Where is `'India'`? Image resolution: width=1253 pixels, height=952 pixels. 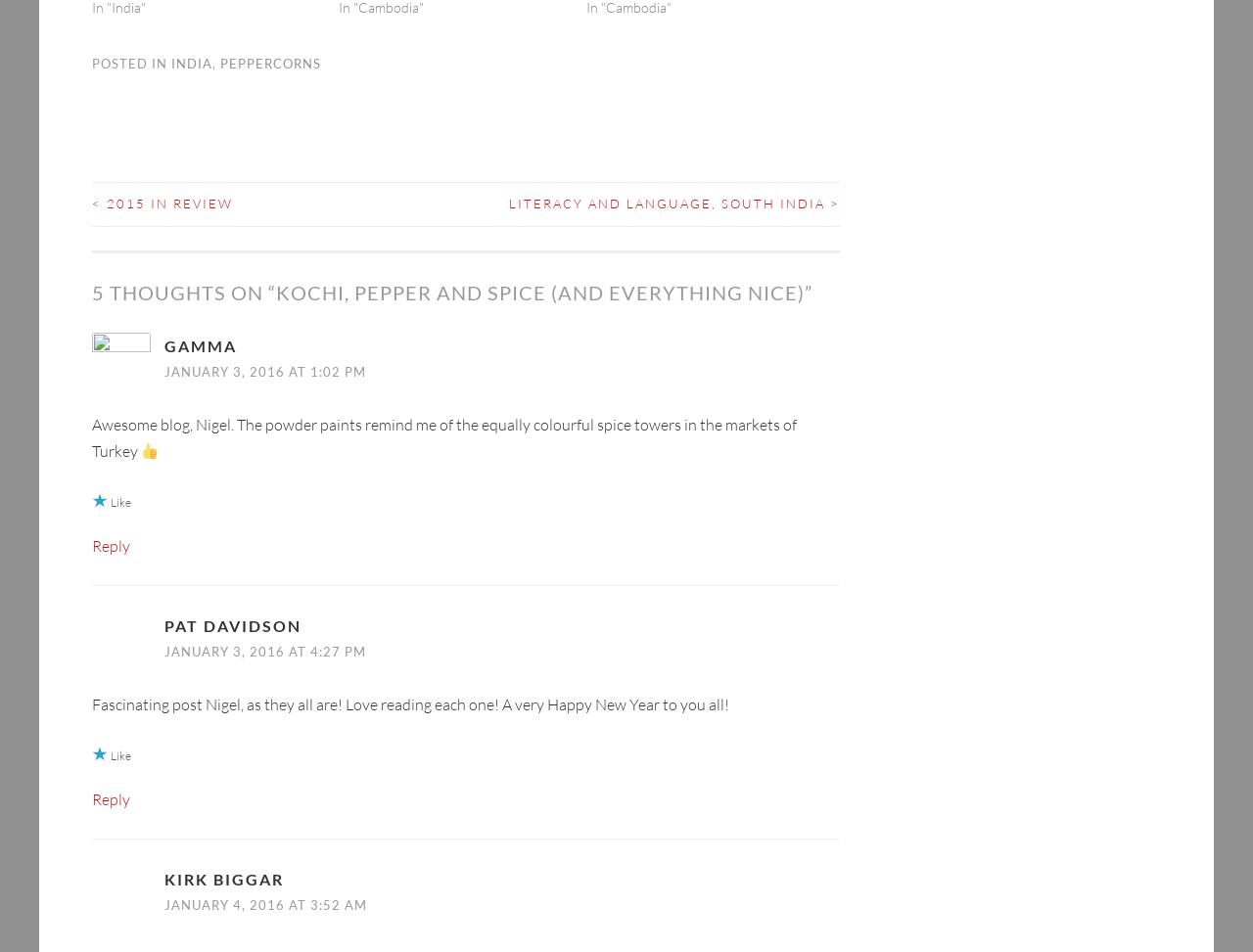 'India' is located at coordinates (191, 31).